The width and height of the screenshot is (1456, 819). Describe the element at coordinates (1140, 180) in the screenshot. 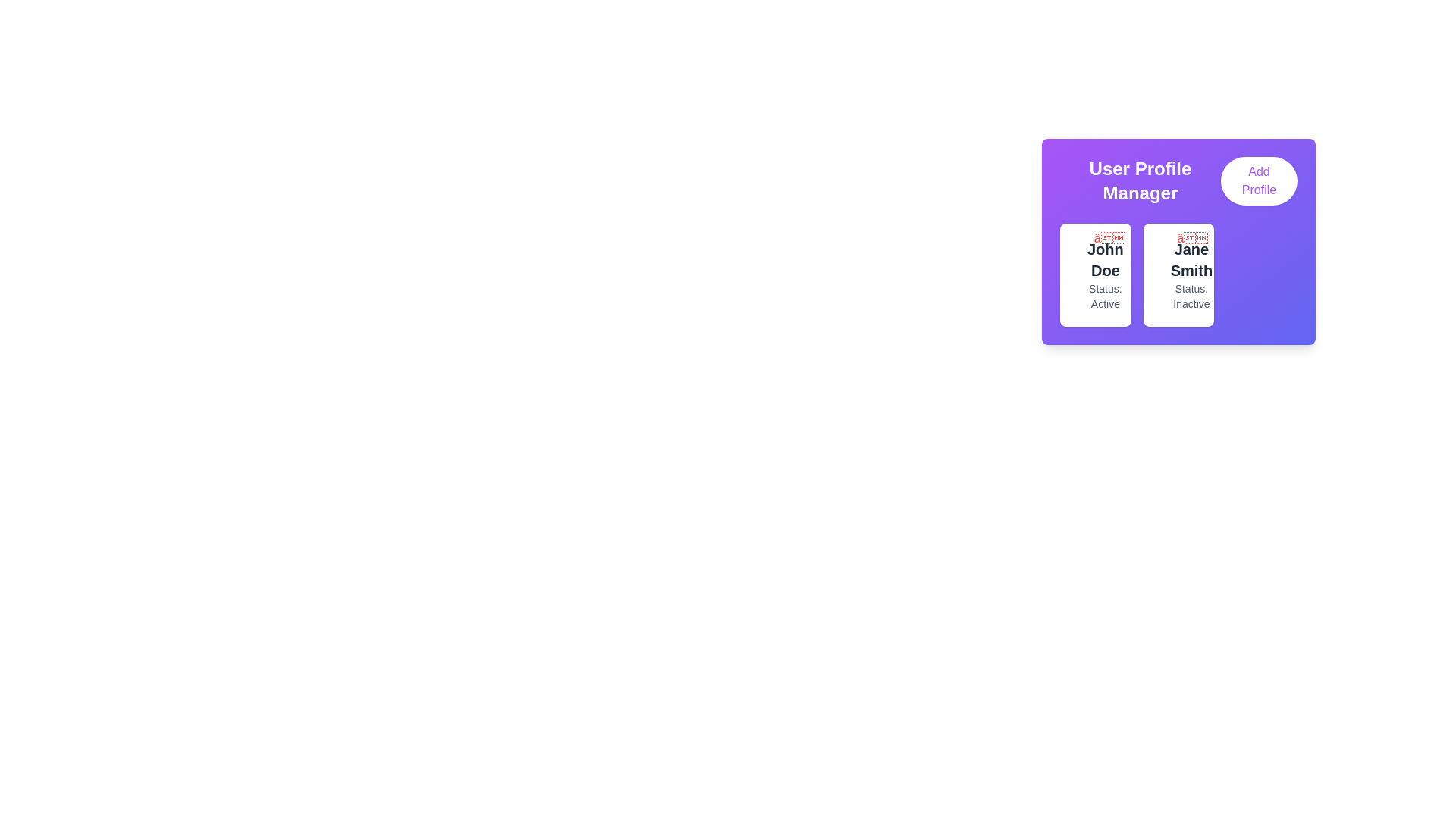

I see `the bold text label reading 'User Profile Manager', which is positioned at the top of the interface and serves as the main section identifier` at that location.